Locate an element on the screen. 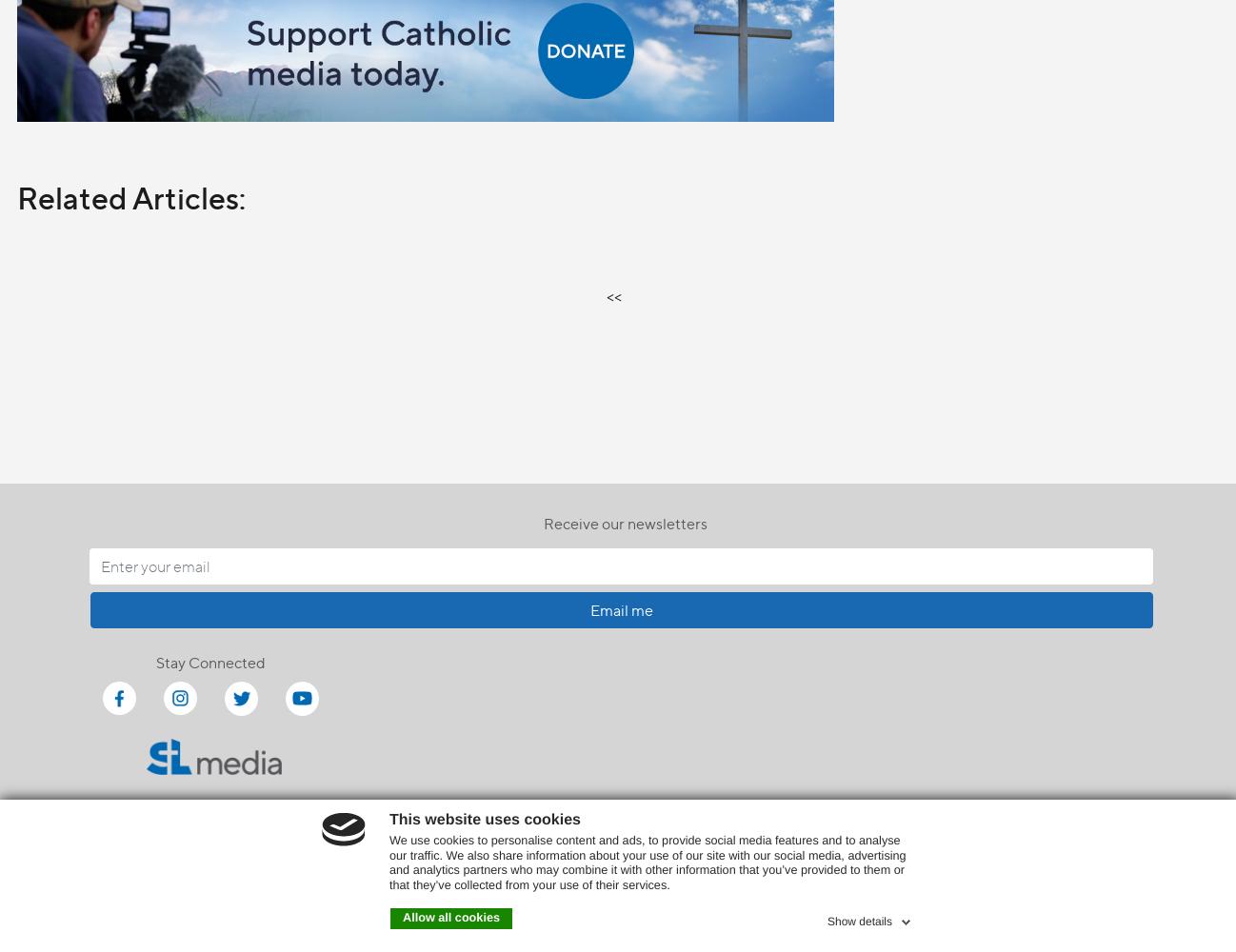 The image size is (1236, 952). 'Receive our newsletters' is located at coordinates (624, 522).